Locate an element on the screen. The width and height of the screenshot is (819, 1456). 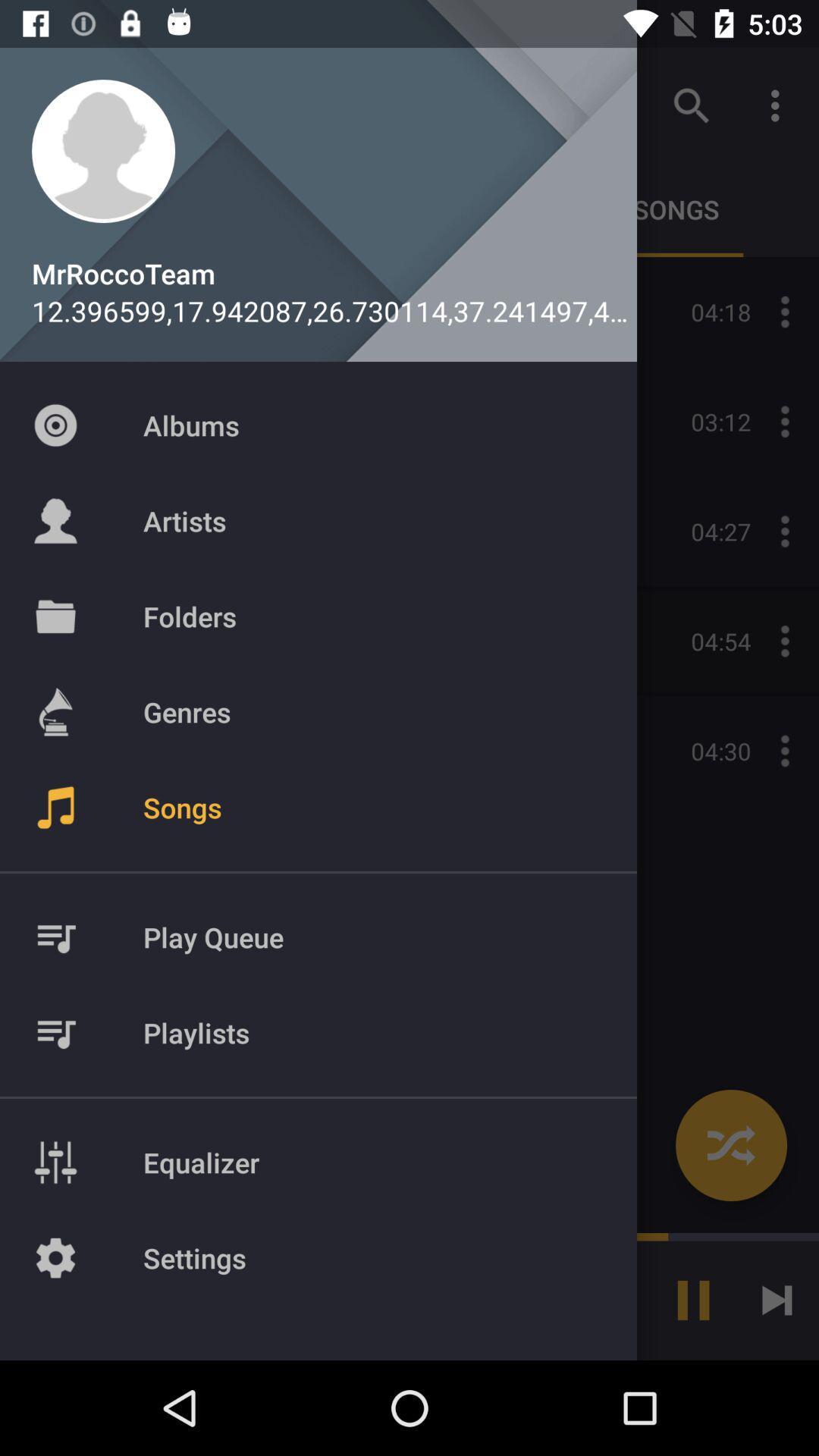
the skip_next icon is located at coordinates (777, 1299).